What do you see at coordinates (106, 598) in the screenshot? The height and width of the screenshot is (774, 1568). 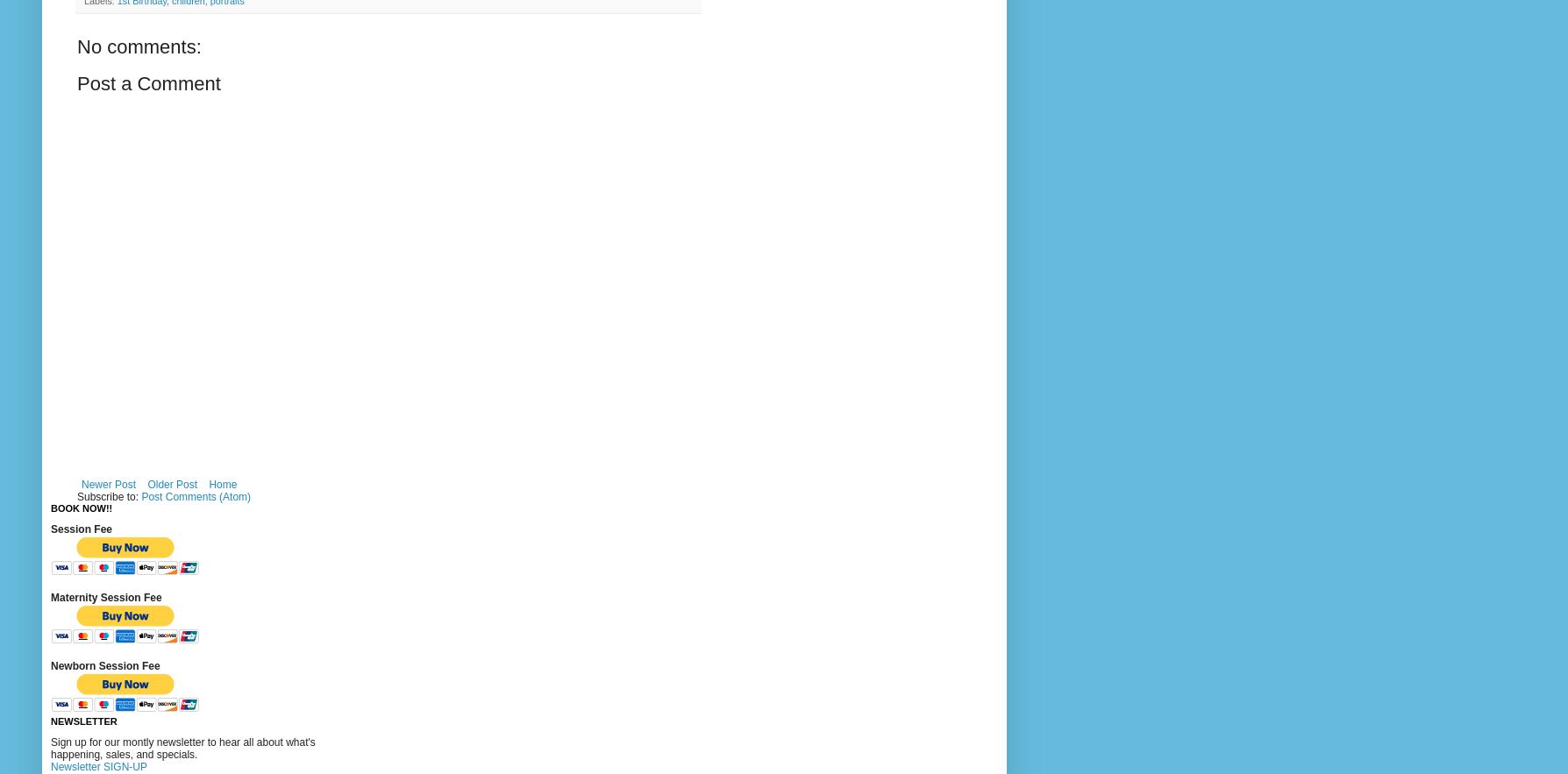 I see `'Maternity Session Fee'` at bounding box center [106, 598].